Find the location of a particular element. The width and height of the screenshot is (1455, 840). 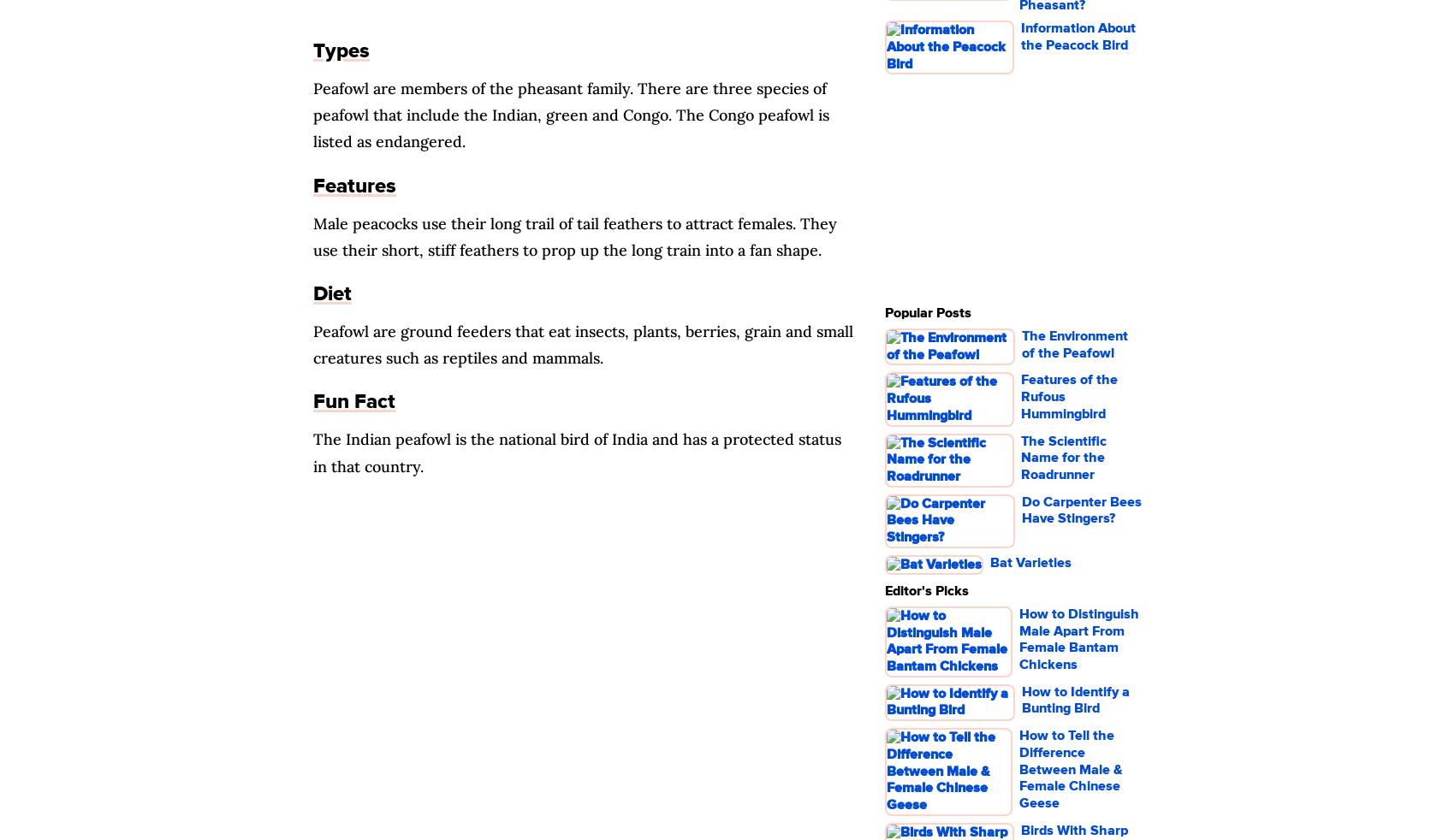

'Do Carpenter Bees Have Stingers?' is located at coordinates (1079, 508).